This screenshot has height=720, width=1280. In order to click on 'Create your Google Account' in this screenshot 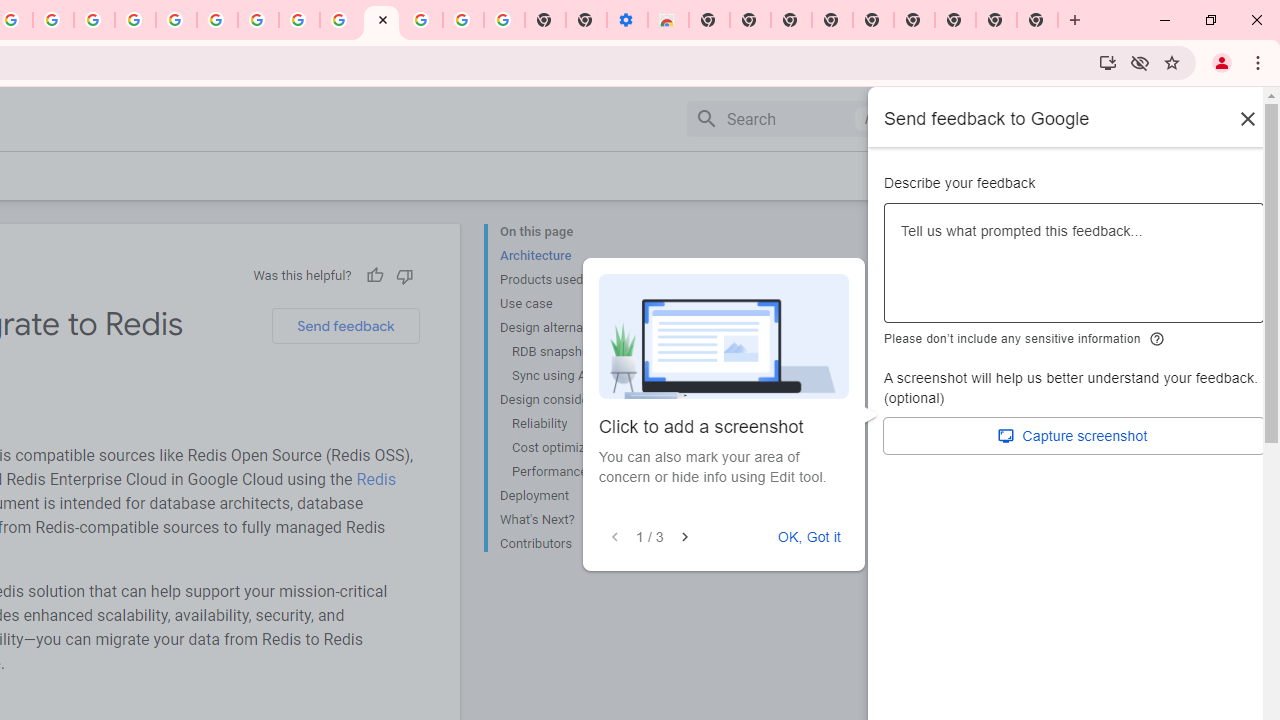, I will do `click(53, 20)`.